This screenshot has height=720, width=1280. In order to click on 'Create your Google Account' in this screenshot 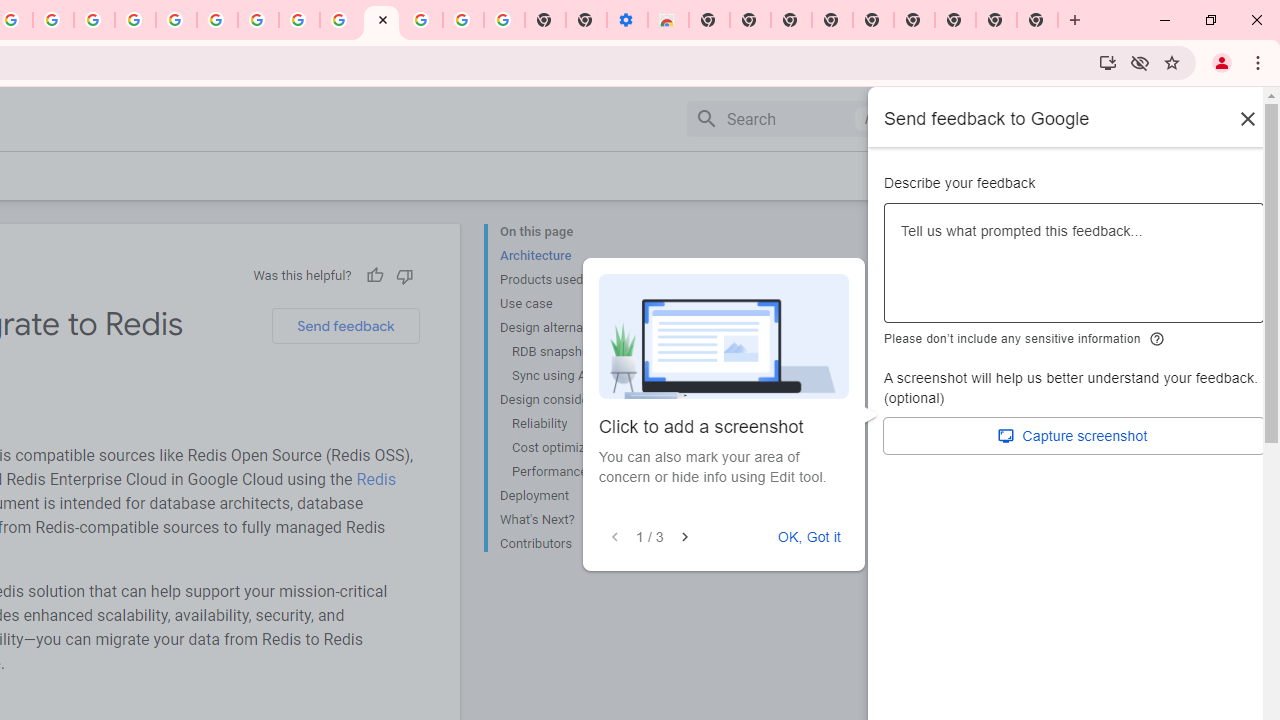, I will do `click(53, 20)`.